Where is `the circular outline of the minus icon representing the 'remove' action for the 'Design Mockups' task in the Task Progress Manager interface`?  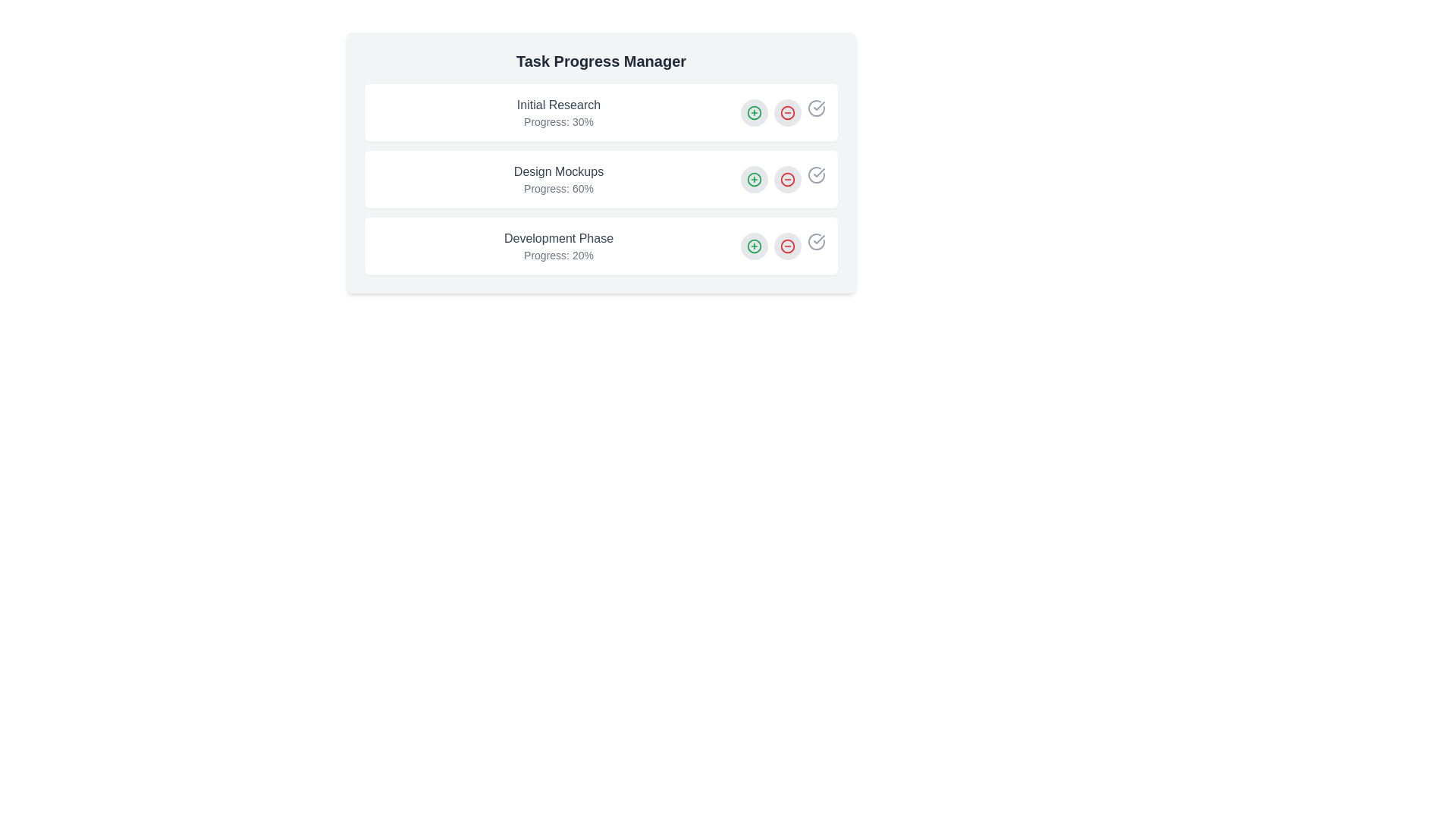 the circular outline of the minus icon representing the 'remove' action for the 'Design Mockups' task in the Task Progress Manager interface is located at coordinates (787, 178).